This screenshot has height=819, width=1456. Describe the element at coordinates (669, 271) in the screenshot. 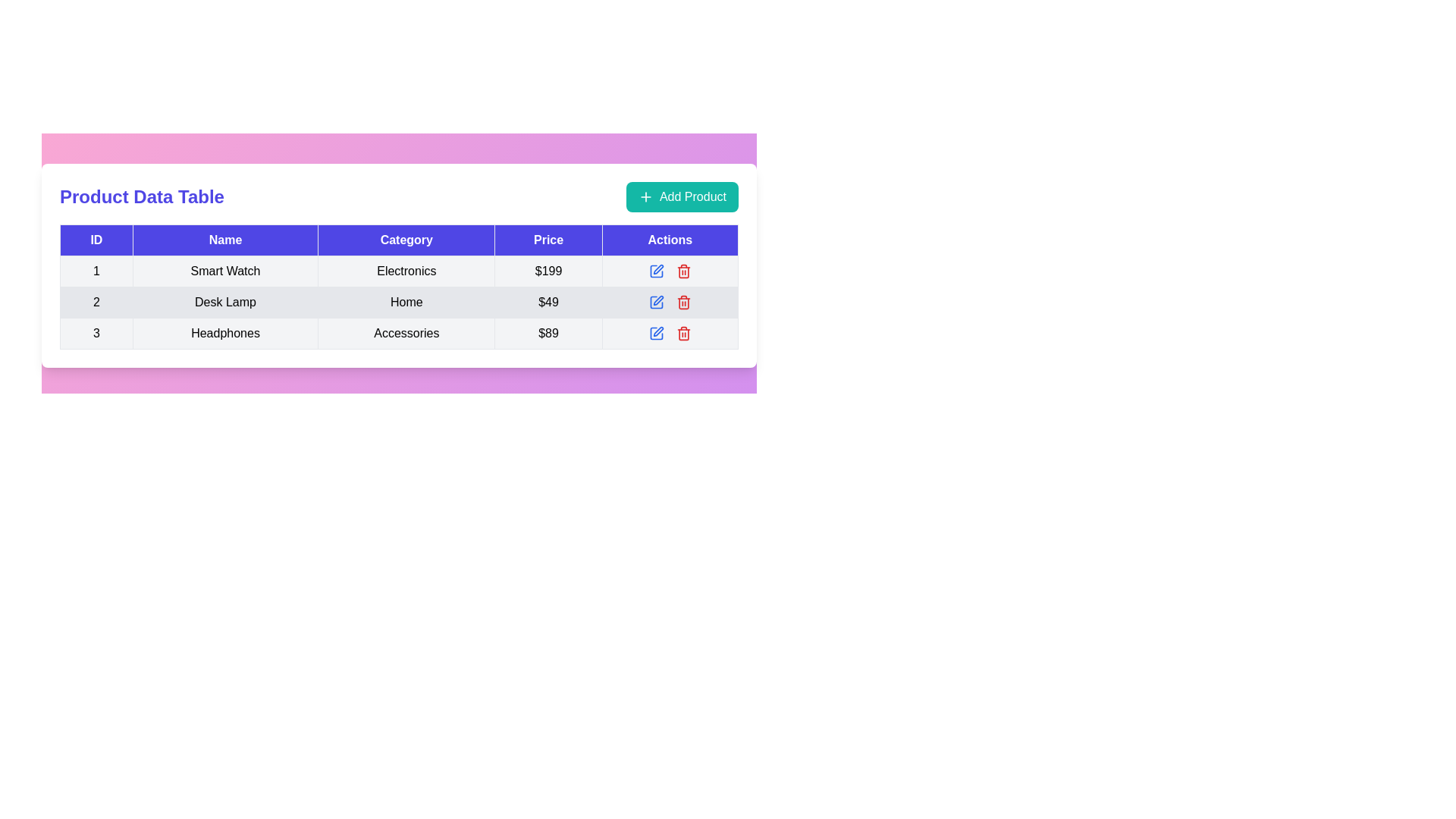

I see `the edit action icon button located in the 'Actions' column of the first row of the table corresponding to the product 'Smart Watch'` at that location.